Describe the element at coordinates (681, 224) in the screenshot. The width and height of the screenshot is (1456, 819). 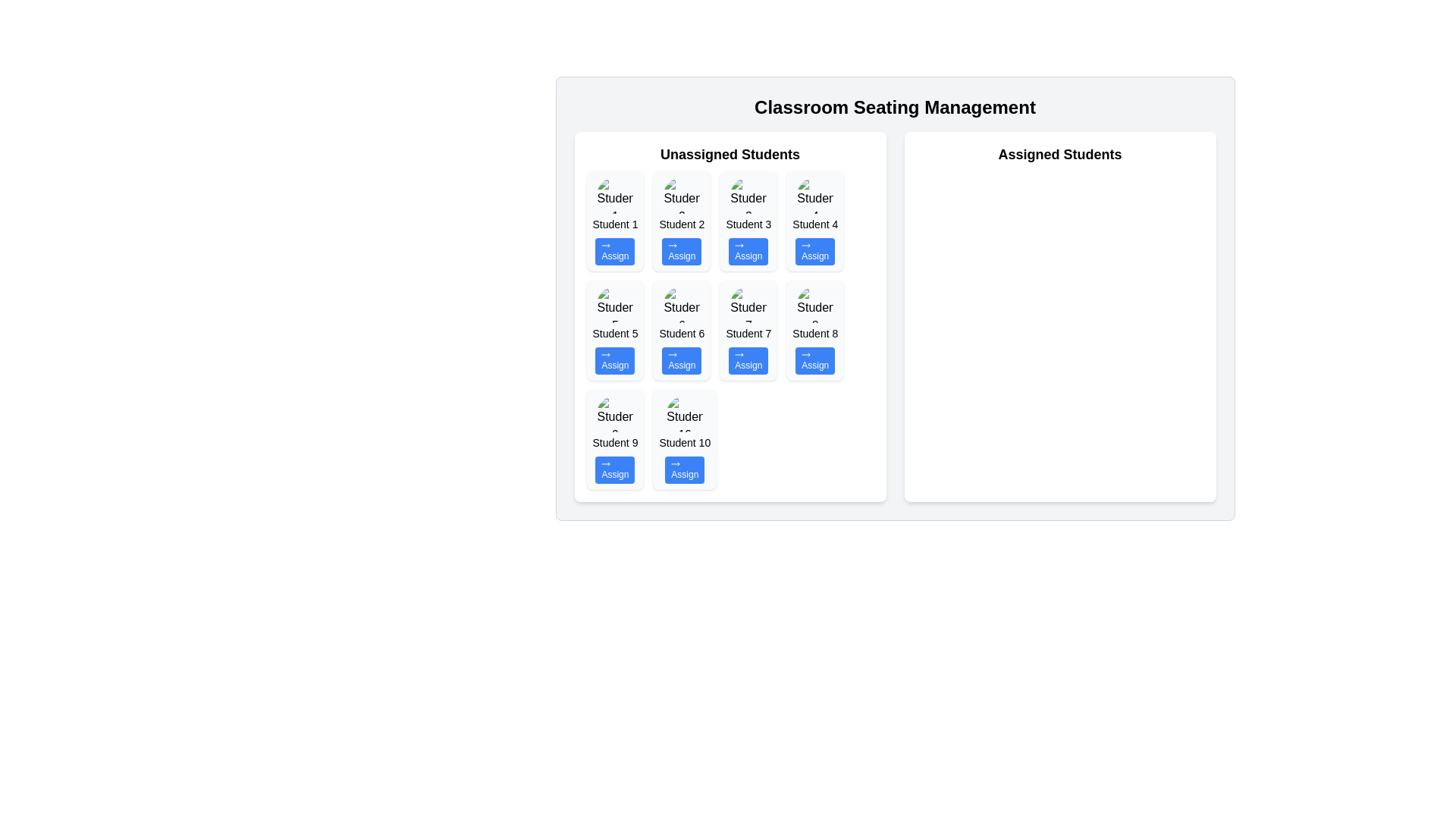
I see `the text label displaying 'Student 2' located in the third column of the 'Unassigned Students' list box, positioned beneath the student's avatar and above the 'Assign' button` at that location.